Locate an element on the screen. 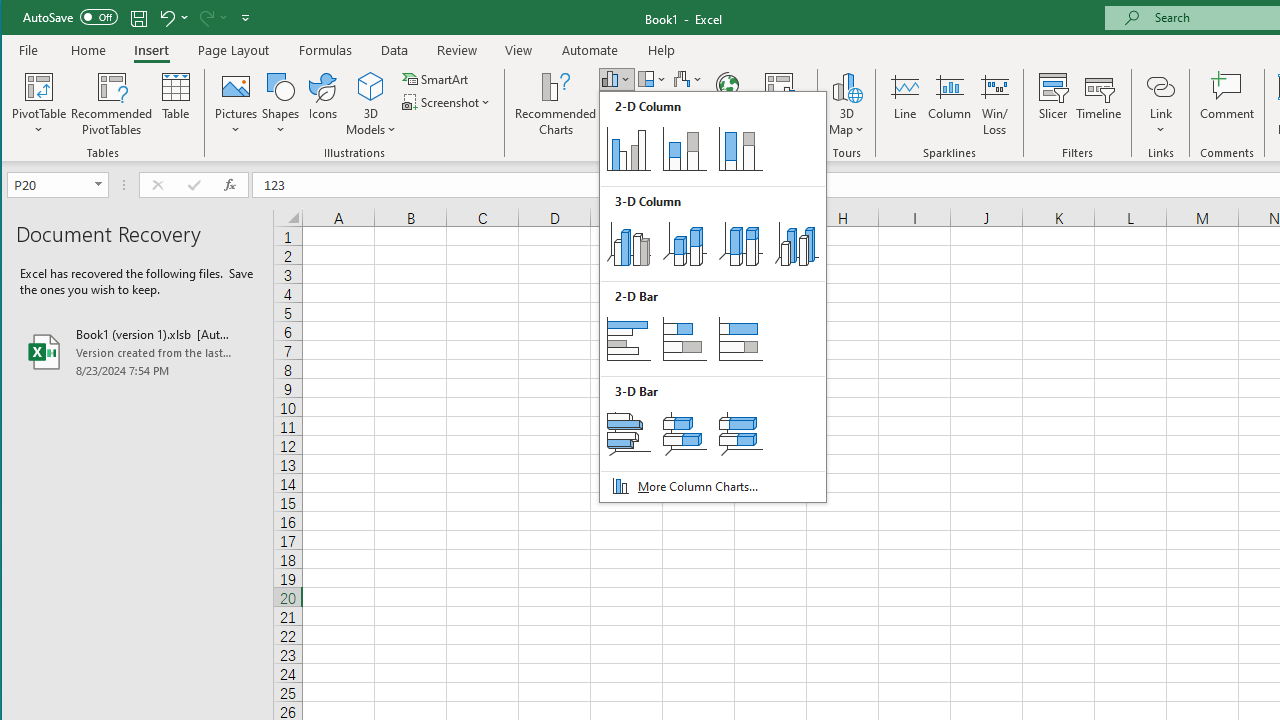  'Insert' is located at coordinates (150, 49).